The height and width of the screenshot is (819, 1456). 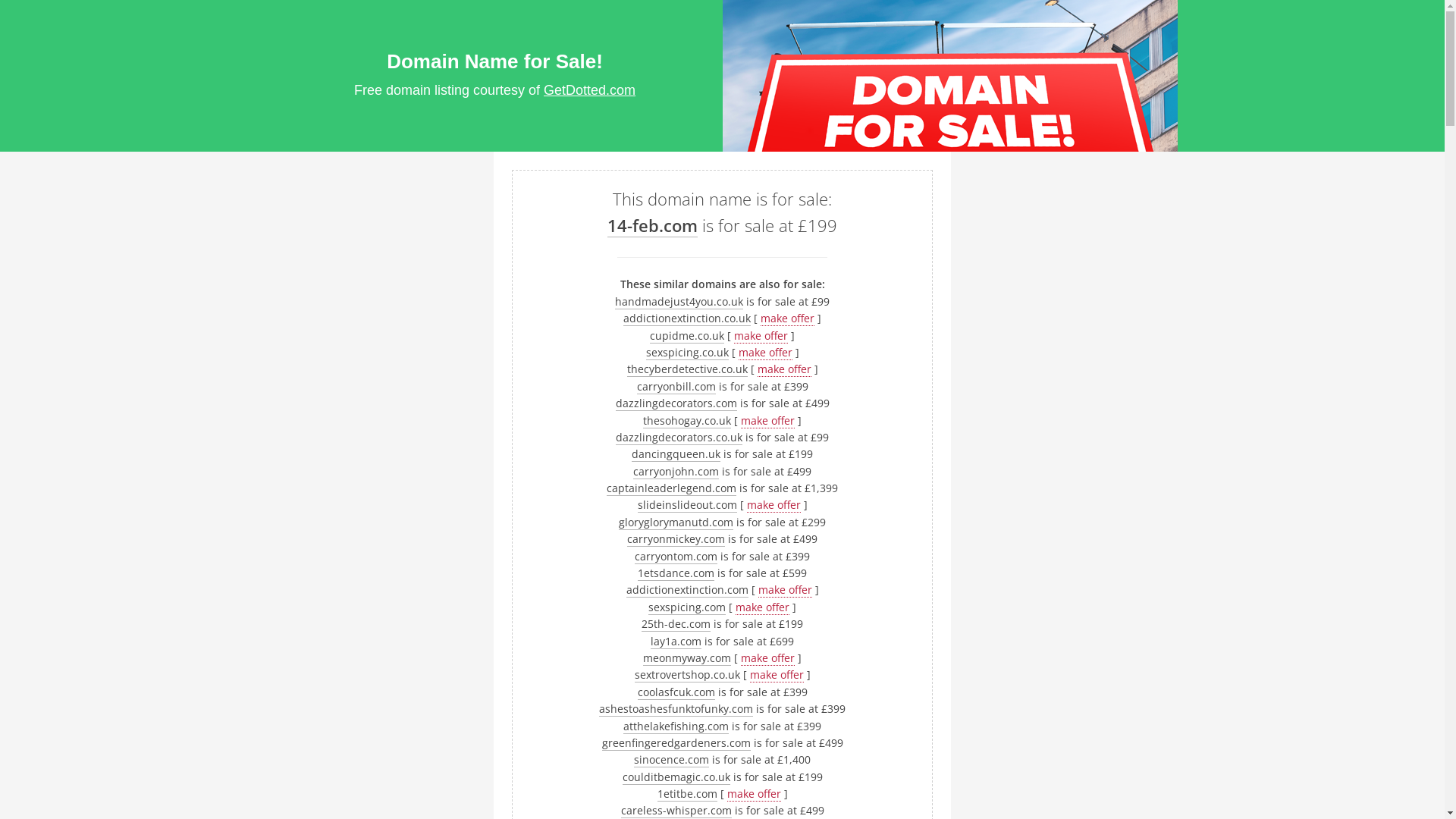 I want to click on 'sinocence.com', so click(x=633, y=760).